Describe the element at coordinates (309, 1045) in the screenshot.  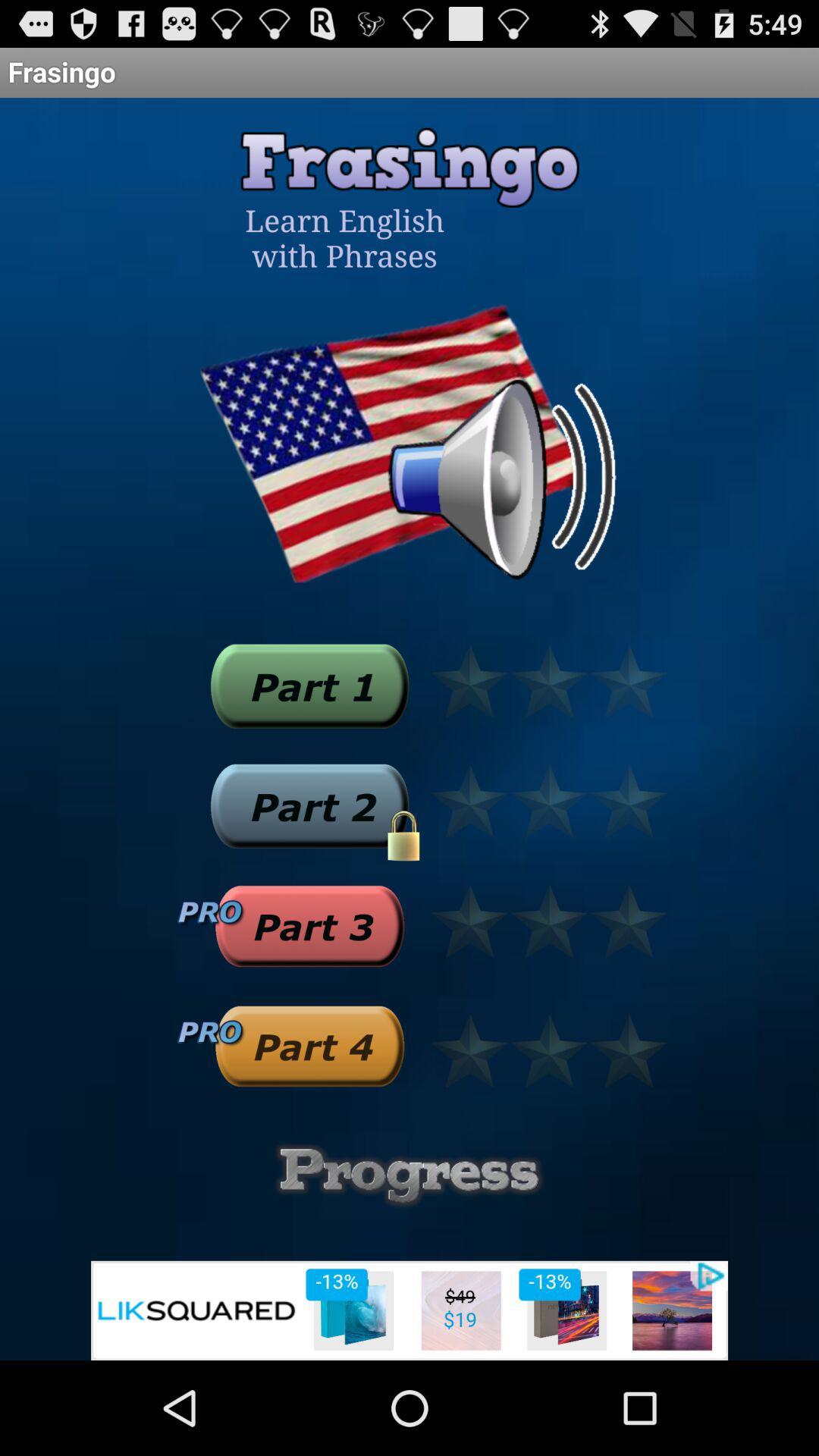
I see `part 4 lessons` at that location.